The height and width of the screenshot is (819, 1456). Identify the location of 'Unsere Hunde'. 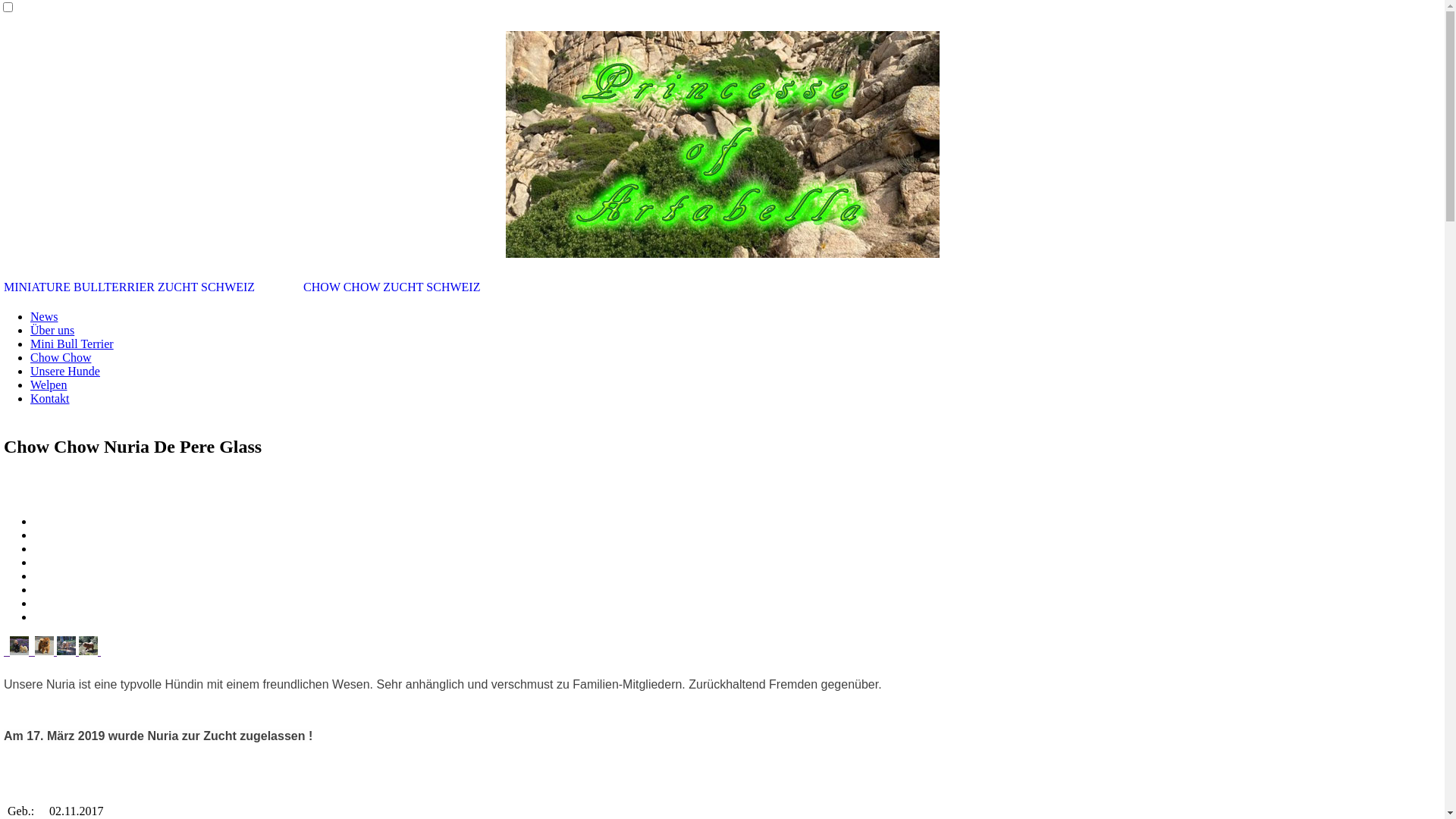
(64, 371).